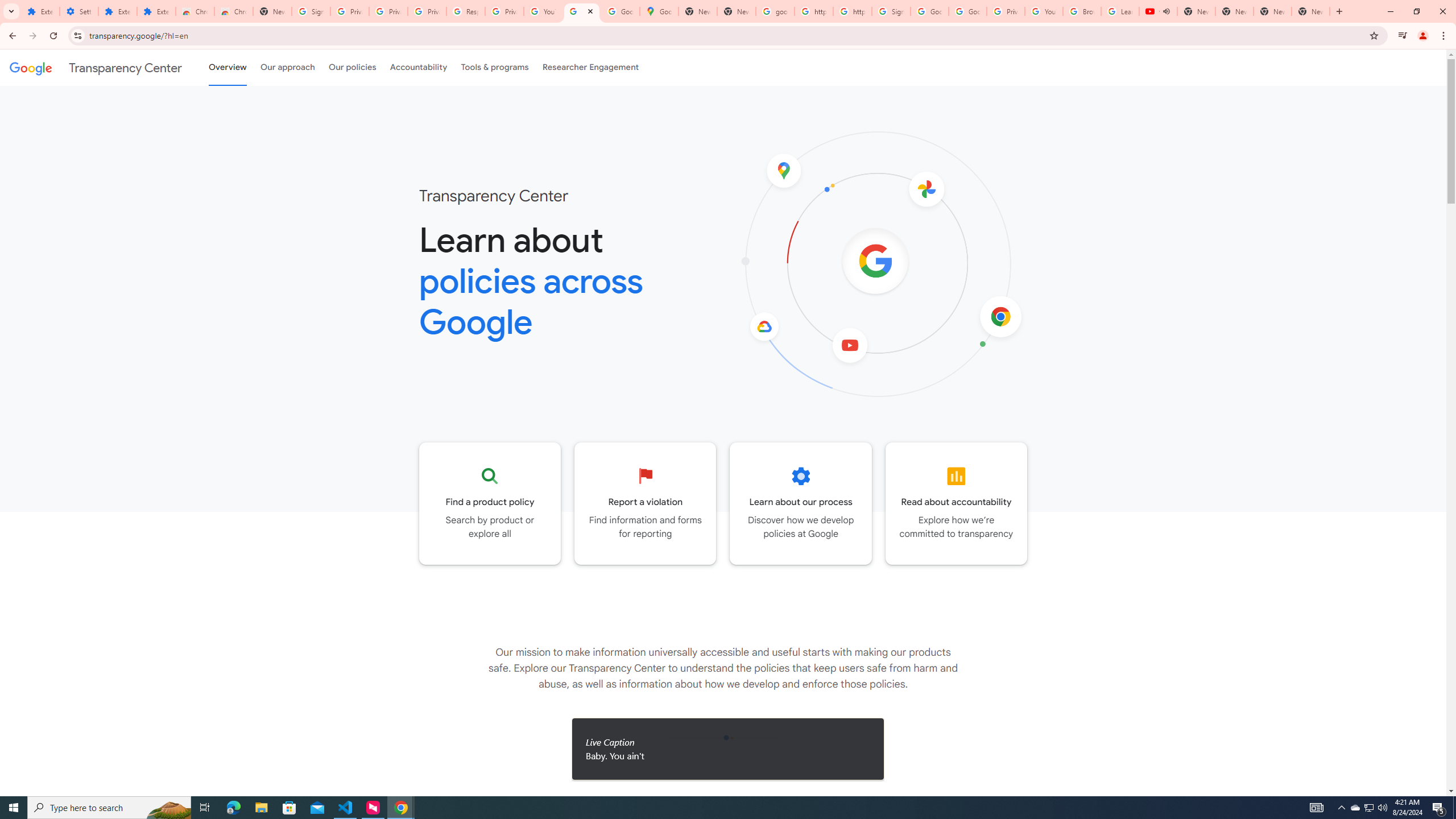 The height and width of the screenshot is (819, 1456). Describe the element at coordinates (591, 67) in the screenshot. I see `'Researcher Engagement'` at that location.